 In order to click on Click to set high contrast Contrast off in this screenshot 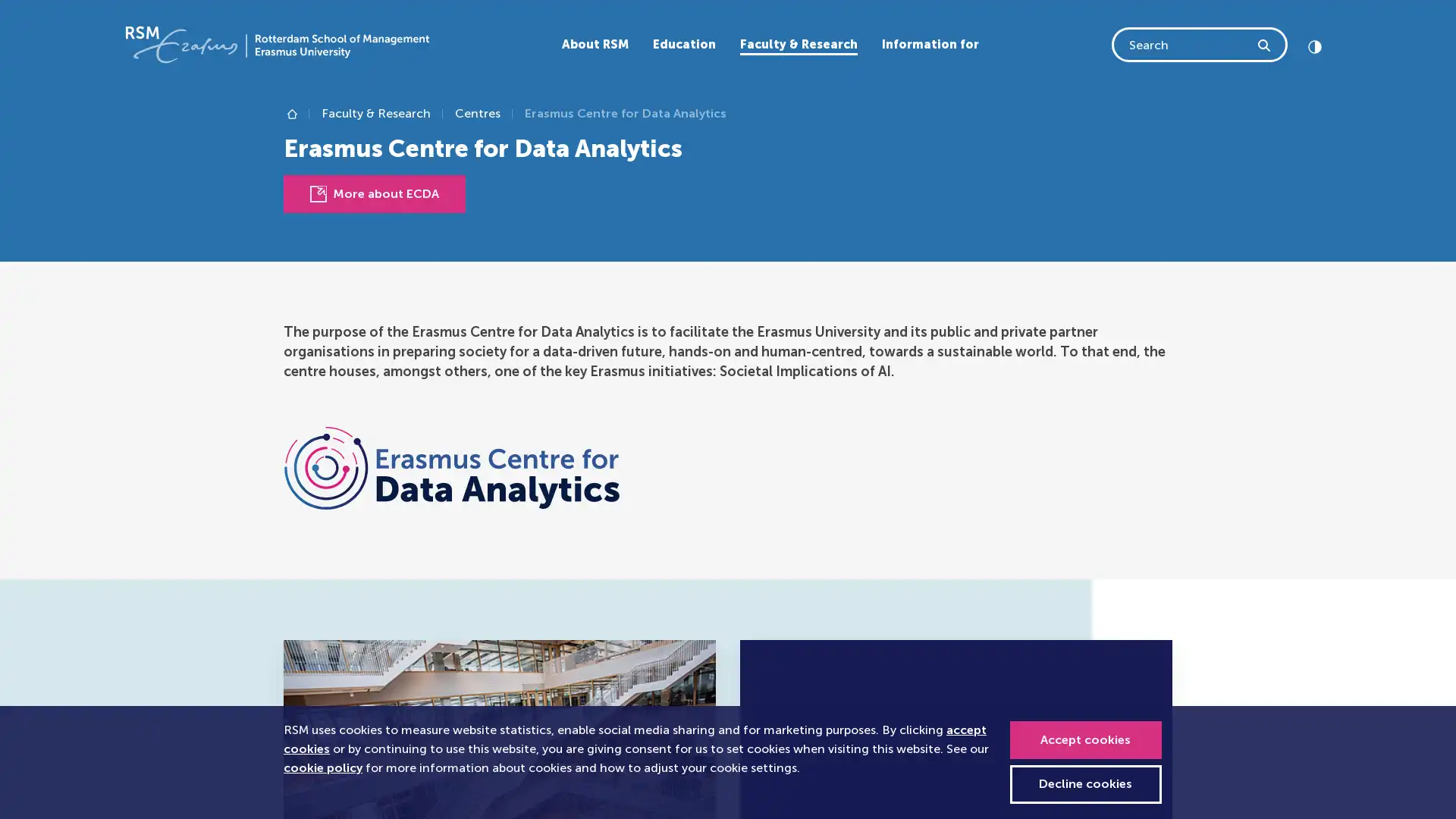, I will do `click(1313, 43)`.